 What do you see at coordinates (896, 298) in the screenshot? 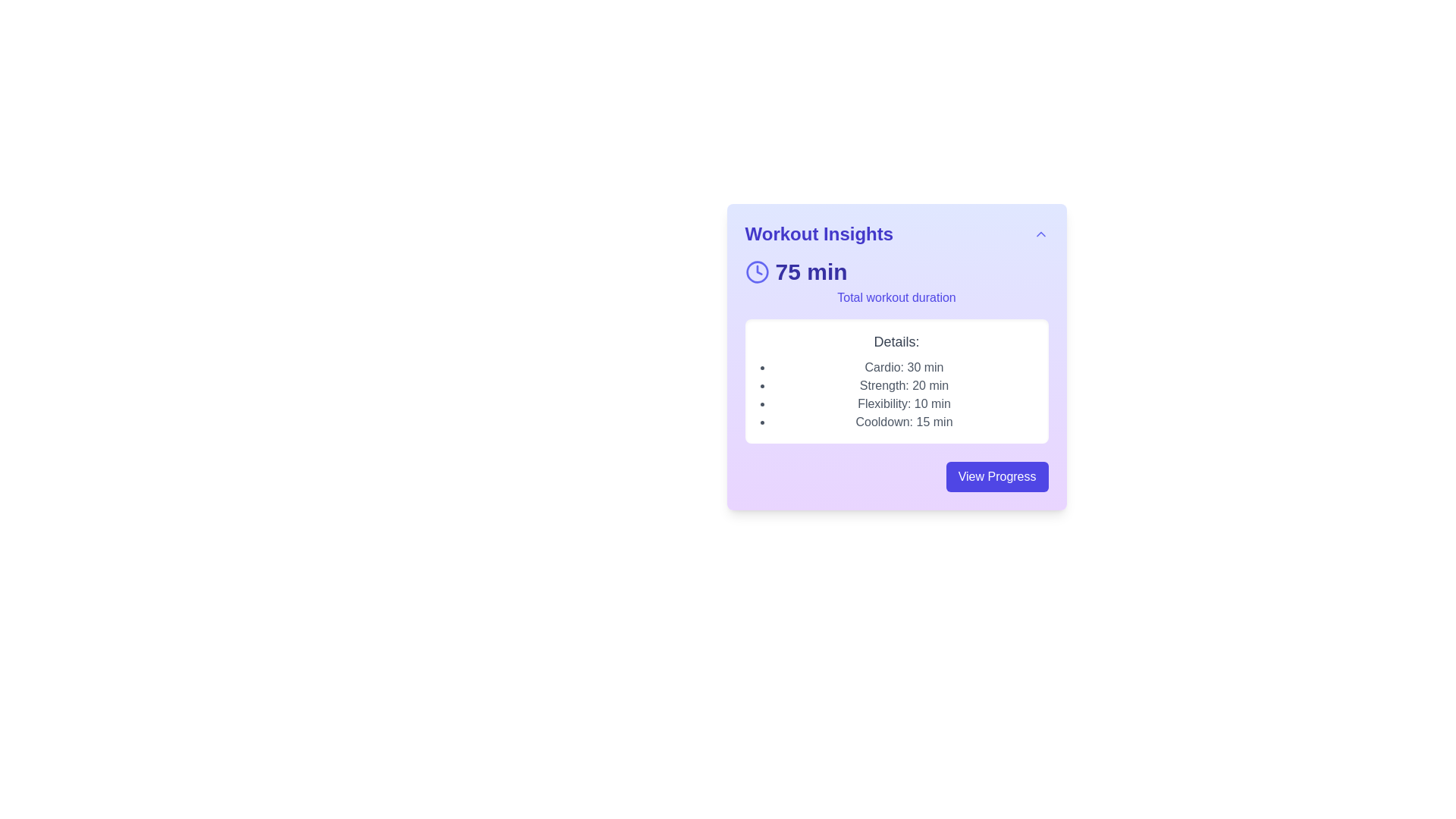
I see `the text element displaying 'Total workout duration', which is located below '75 min' and above 'Details', within the summary box` at bounding box center [896, 298].